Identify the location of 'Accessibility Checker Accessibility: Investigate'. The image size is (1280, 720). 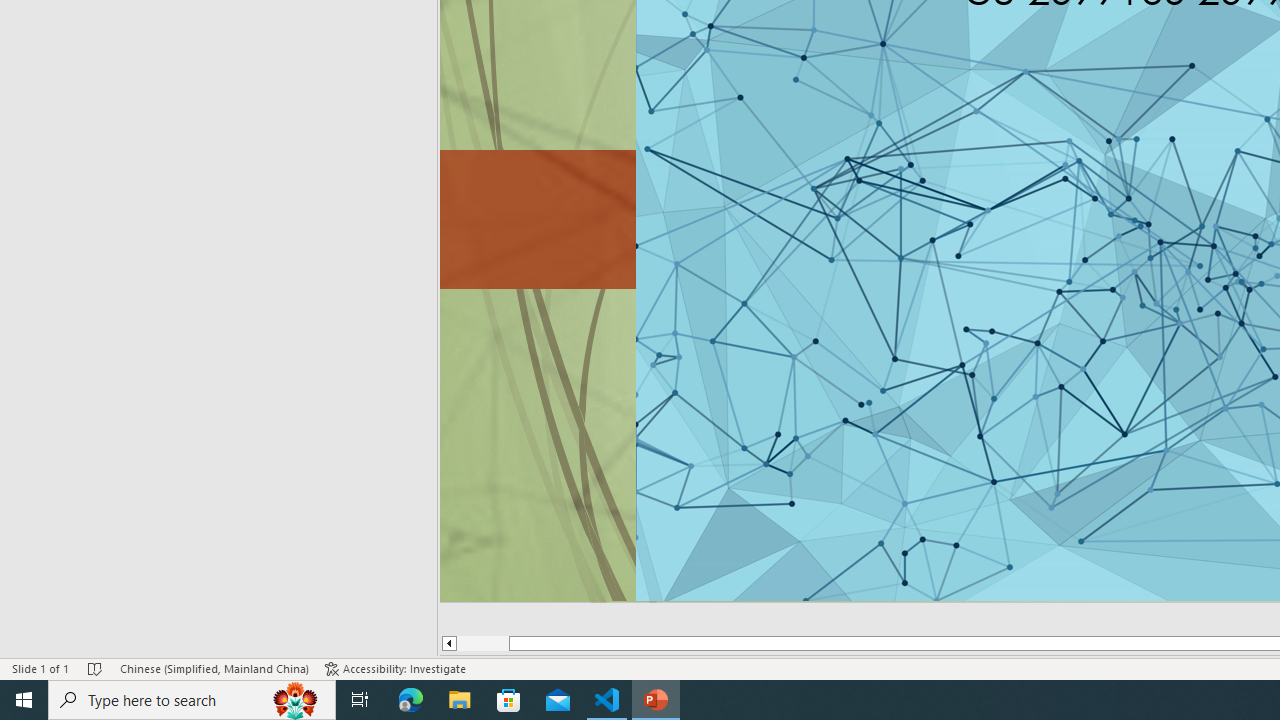
(395, 669).